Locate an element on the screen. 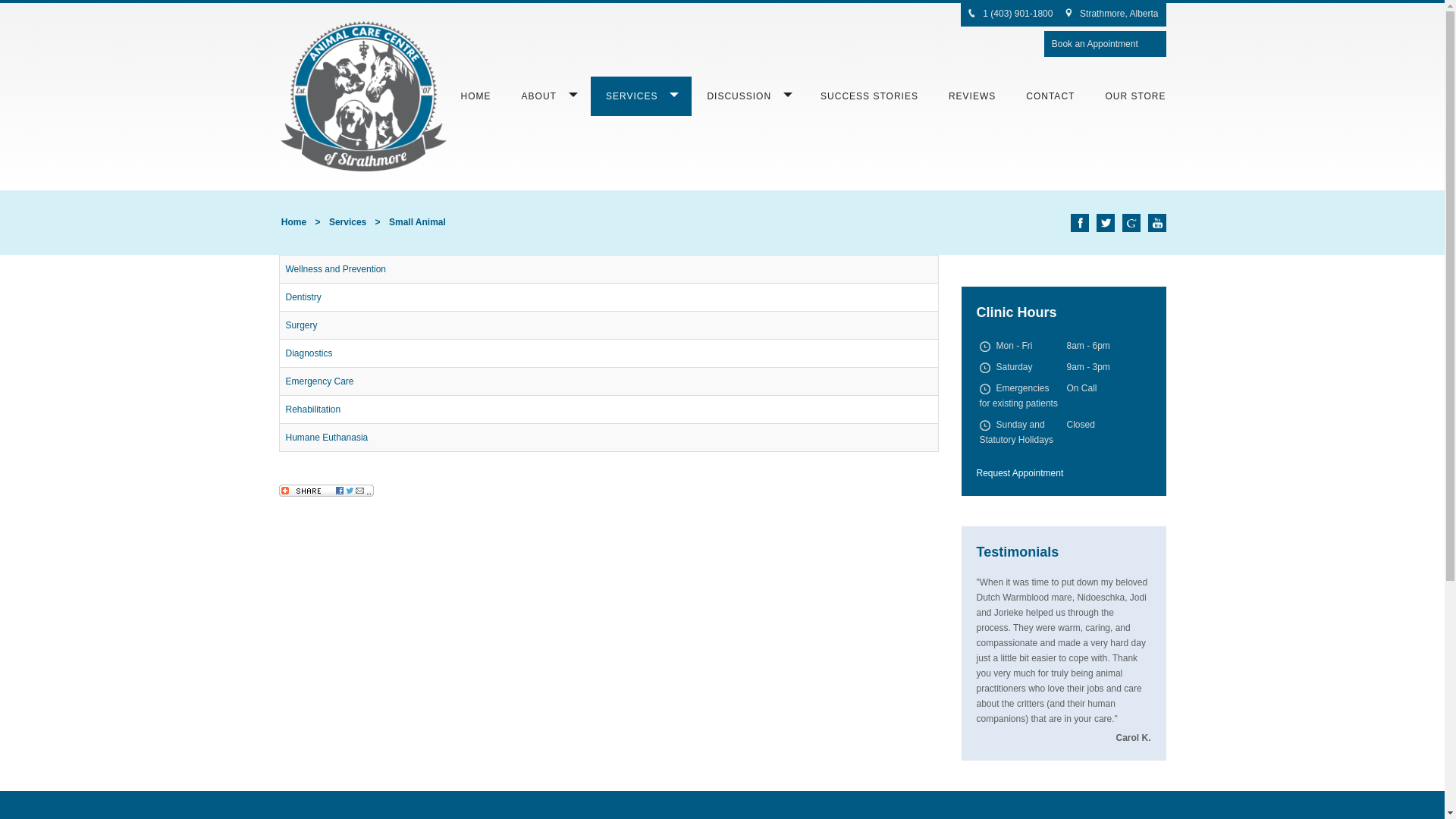  'ABOUT' is located at coordinates (548, 96).